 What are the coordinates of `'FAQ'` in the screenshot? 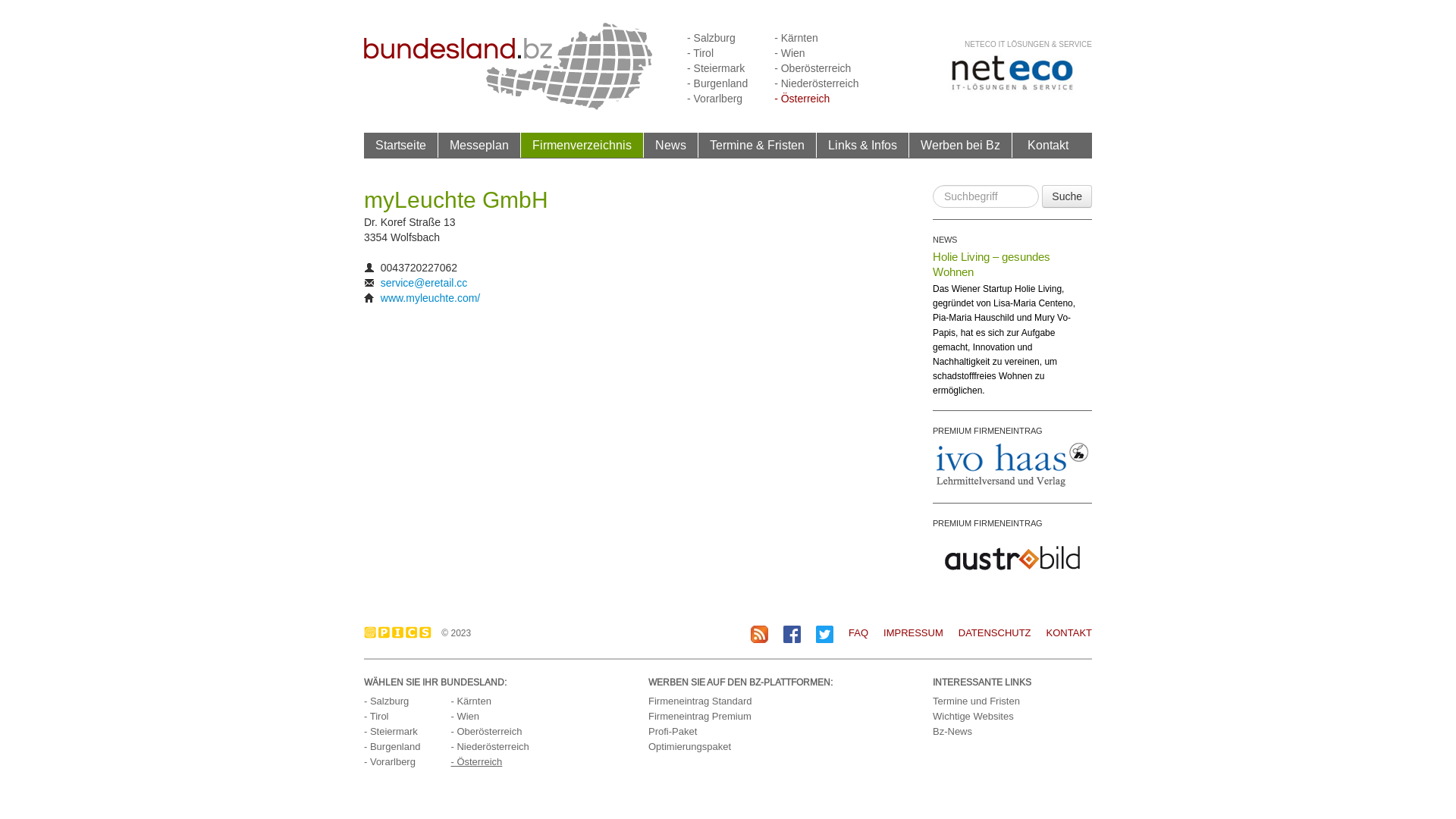 It's located at (851, 632).